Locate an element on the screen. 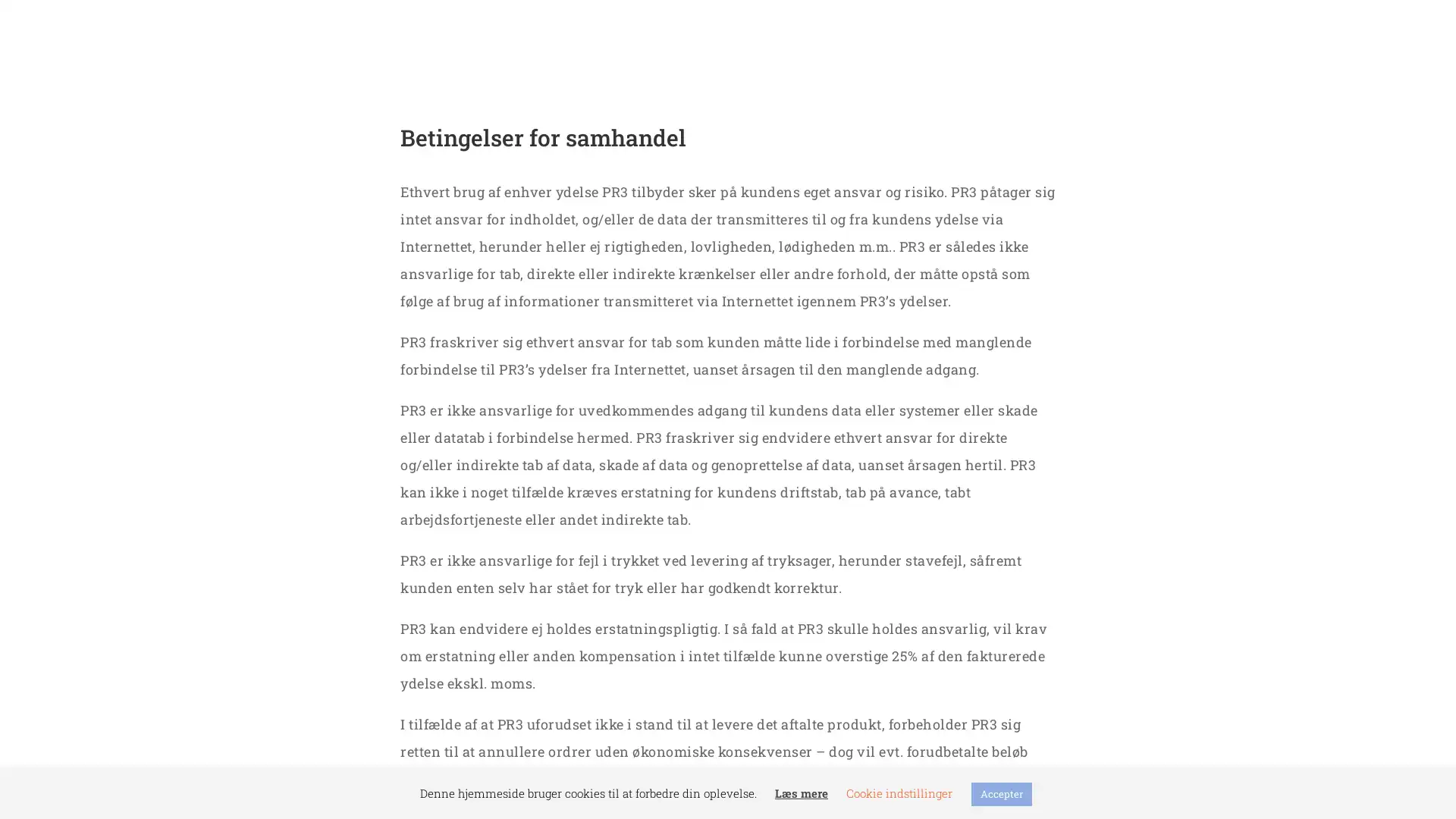  Cookie indstillinger is located at coordinates (899, 792).